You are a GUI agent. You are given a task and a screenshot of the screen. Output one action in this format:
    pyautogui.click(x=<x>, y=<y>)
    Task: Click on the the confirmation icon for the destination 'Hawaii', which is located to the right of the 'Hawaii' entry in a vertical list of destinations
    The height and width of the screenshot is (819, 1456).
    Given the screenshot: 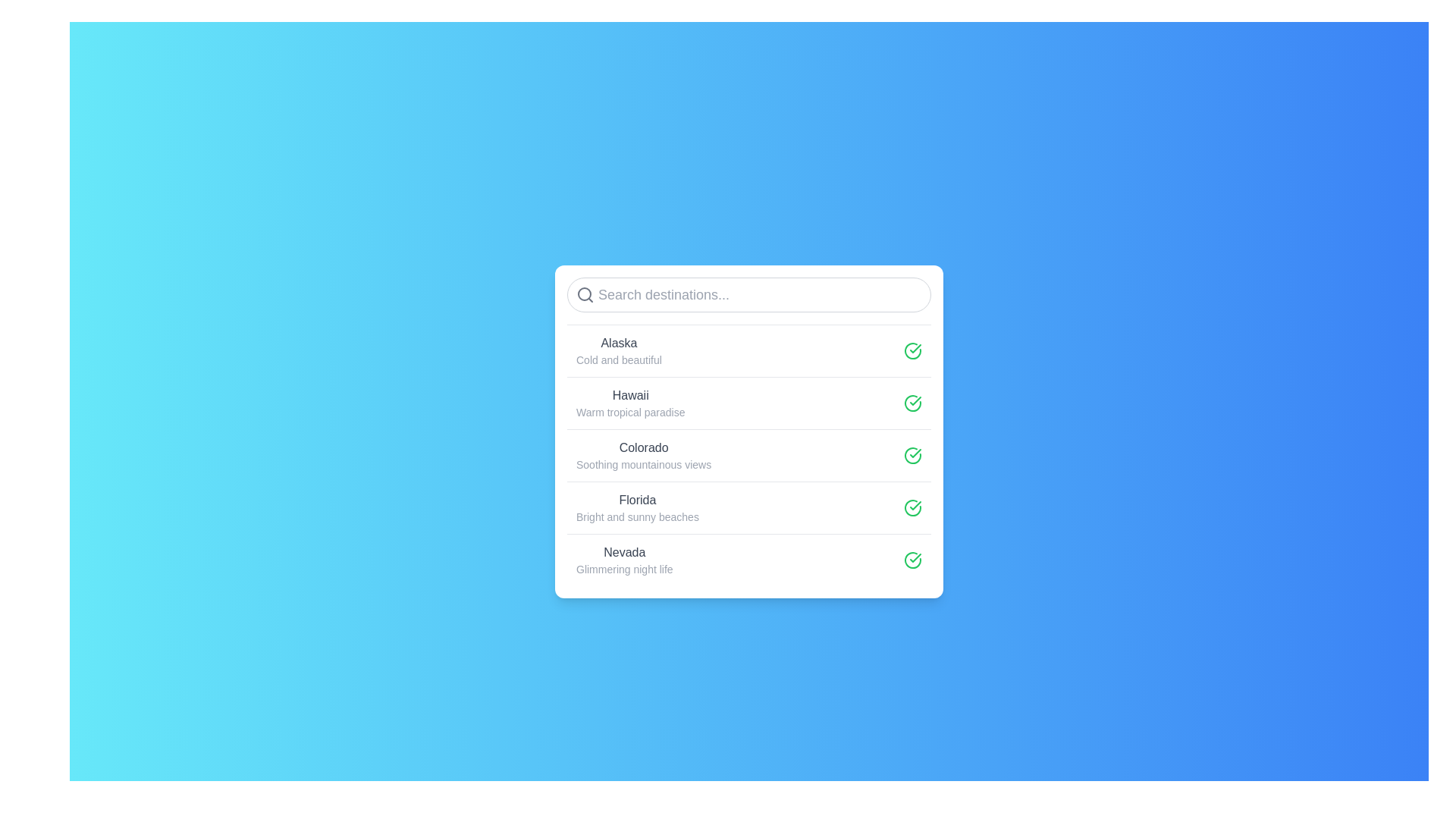 What is the action you would take?
    pyautogui.click(x=915, y=400)
    